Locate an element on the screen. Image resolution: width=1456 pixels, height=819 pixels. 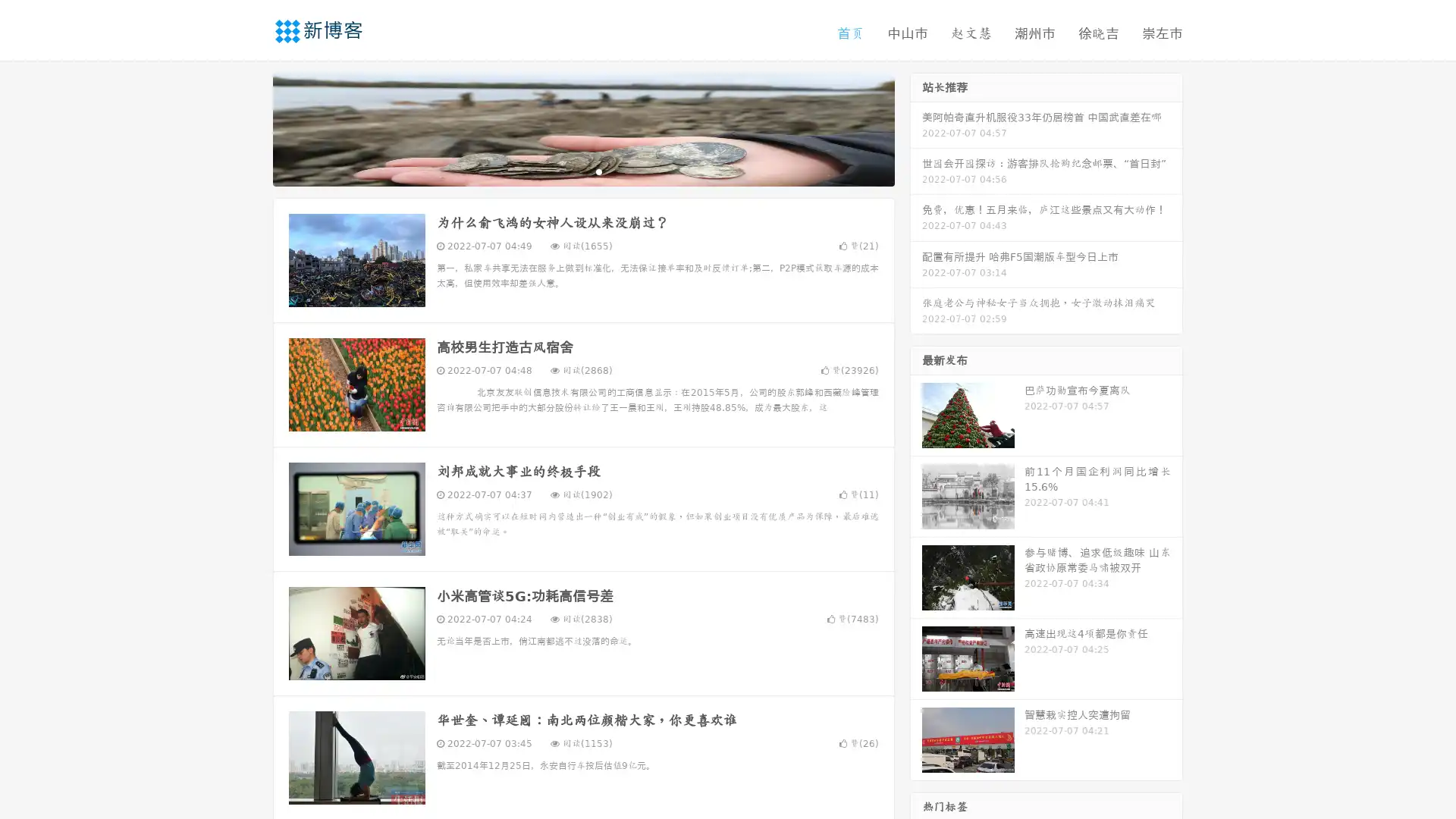
Go to slide 1 is located at coordinates (567, 171).